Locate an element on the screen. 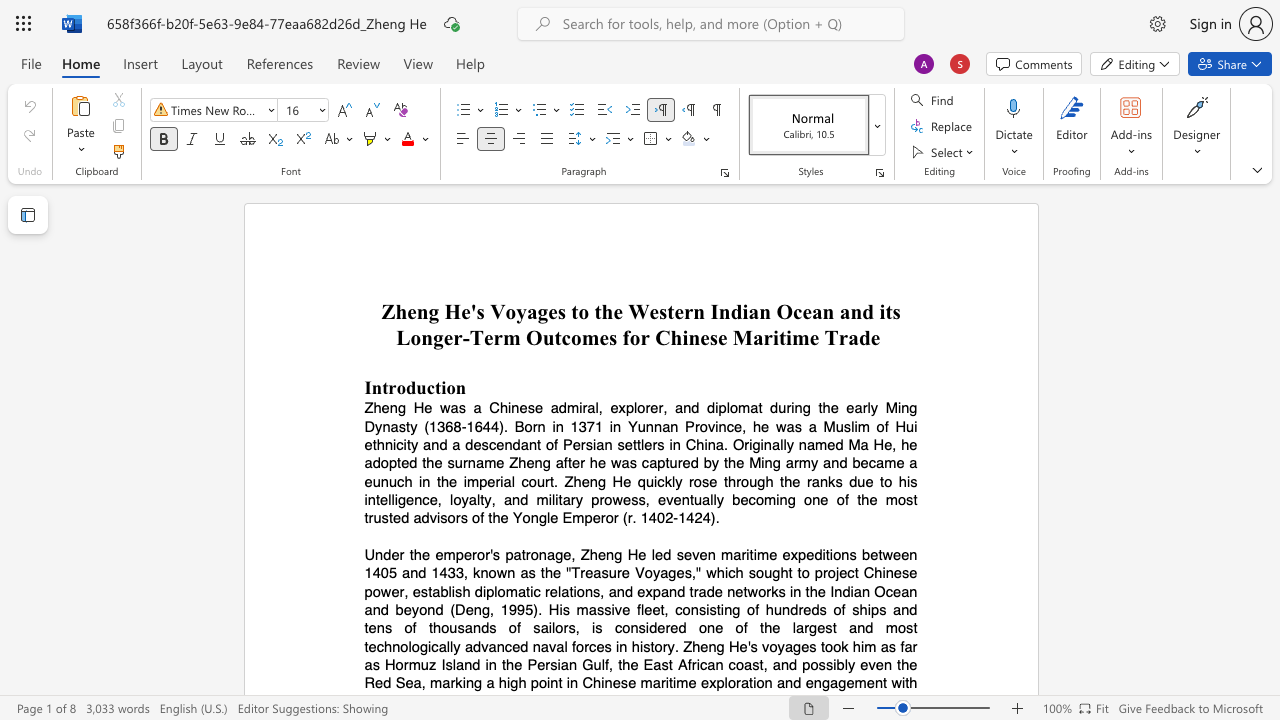  the subset text "the Western Indian Ocean and" within the text "Zheng He" is located at coordinates (593, 311).